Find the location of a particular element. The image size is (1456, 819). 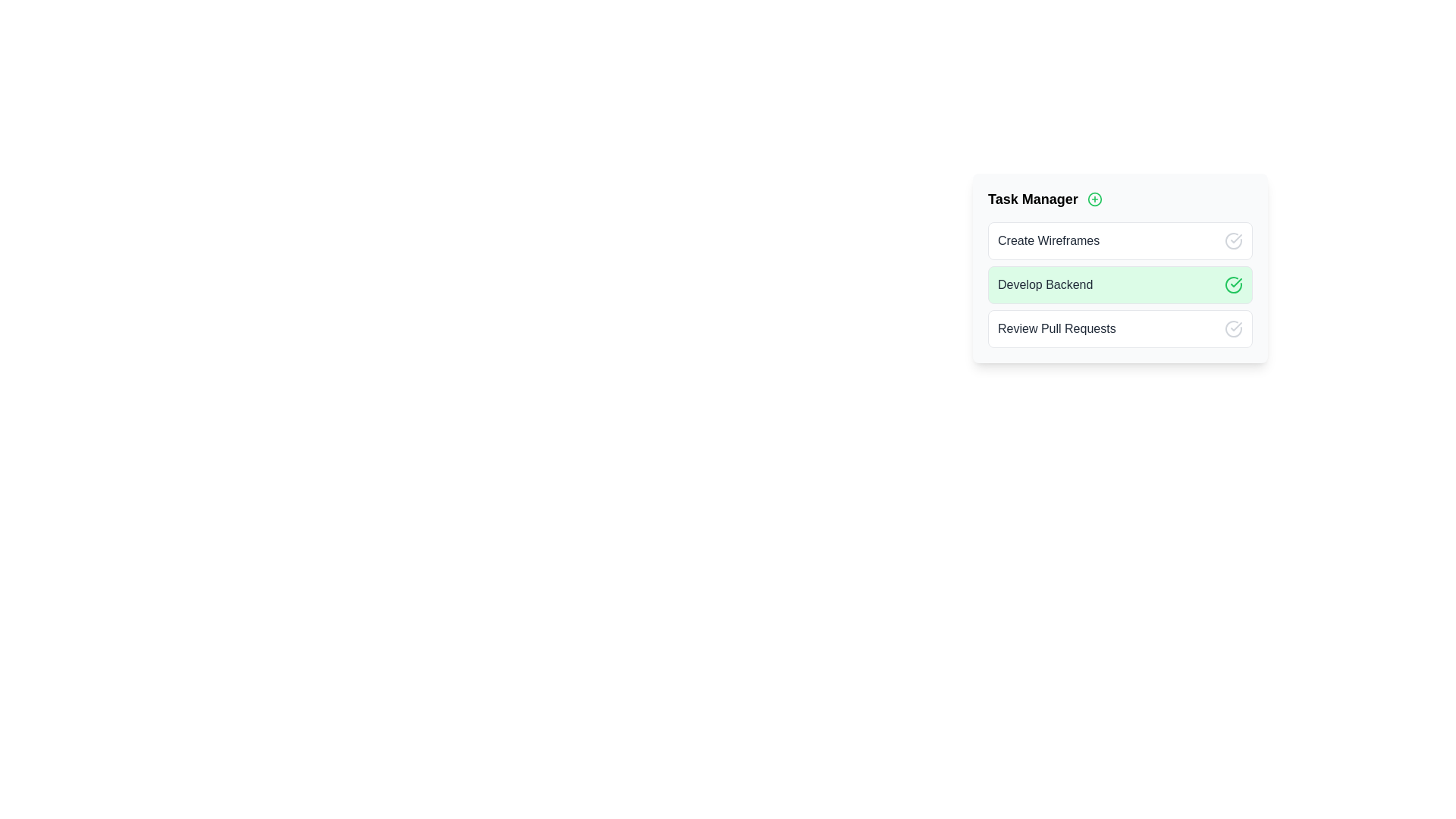

the text label reading 'Review Pull Requests' which is styled with a medium-weight font and gray color, positioned in the to-do list as the leftmost element in the third position is located at coordinates (1056, 328).